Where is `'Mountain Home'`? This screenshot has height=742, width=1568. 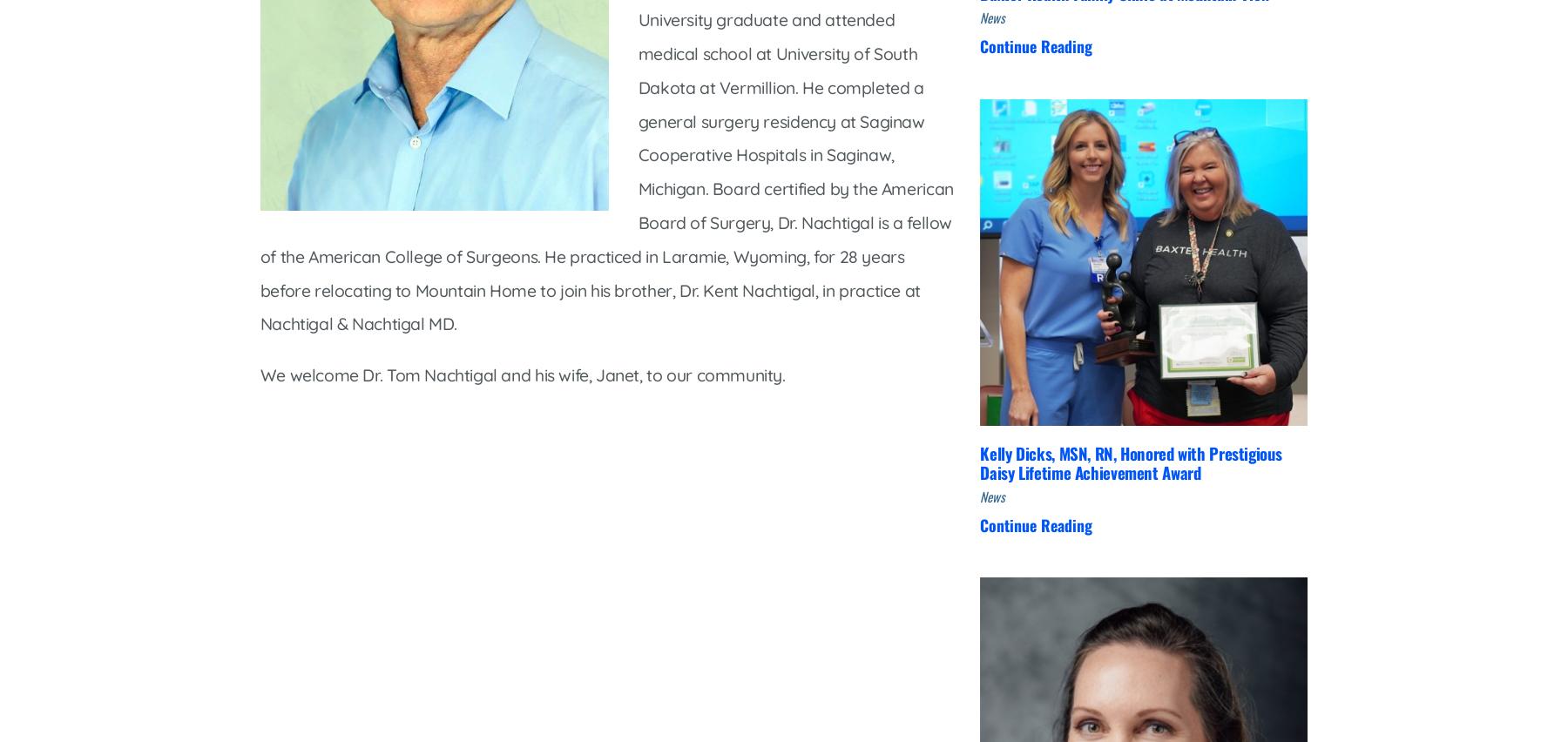
'Mountain Home' is located at coordinates (524, 307).